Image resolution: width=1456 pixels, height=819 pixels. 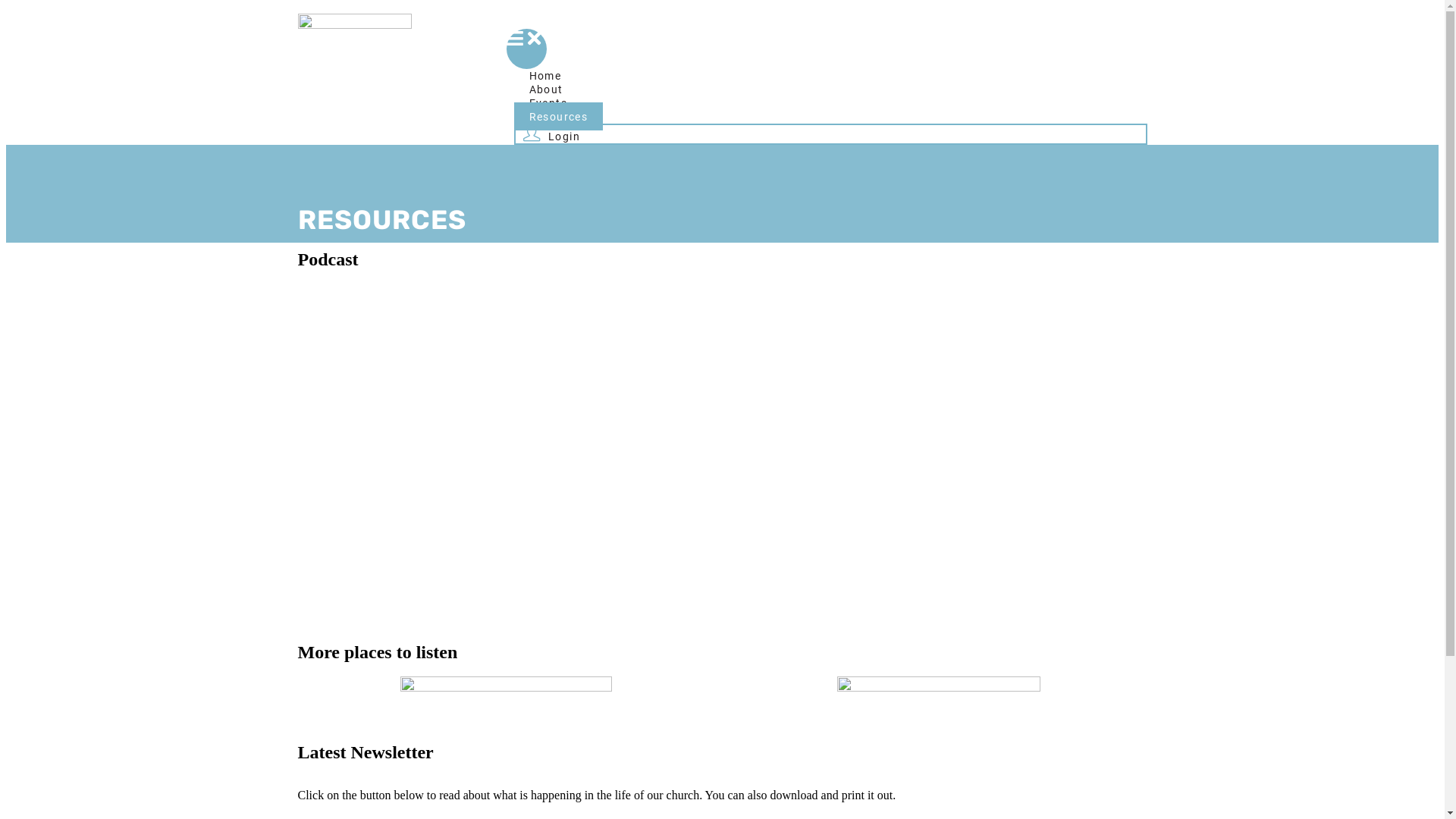 What do you see at coordinates (551, 132) in the screenshot?
I see `'Login'` at bounding box center [551, 132].